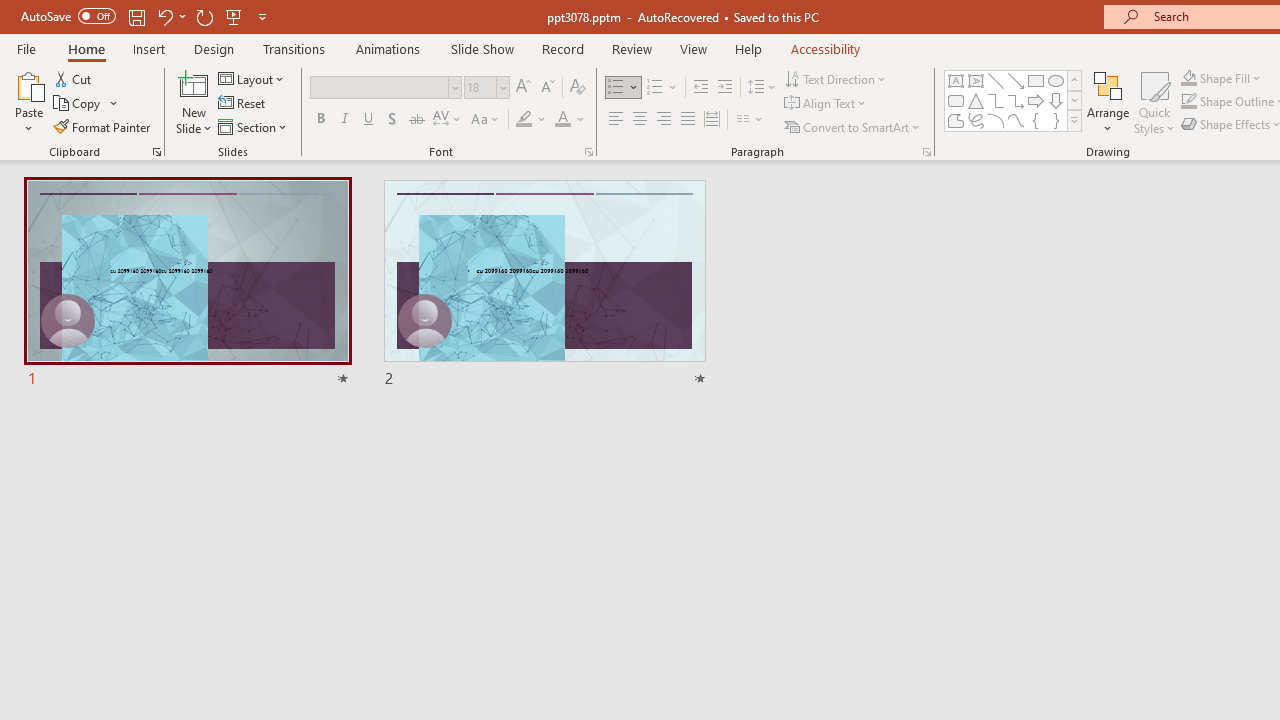 This screenshot has width=1280, height=720. Describe the element at coordinates (576, 86) in the screenshot. I see `'Clear Formatting'` at that location.